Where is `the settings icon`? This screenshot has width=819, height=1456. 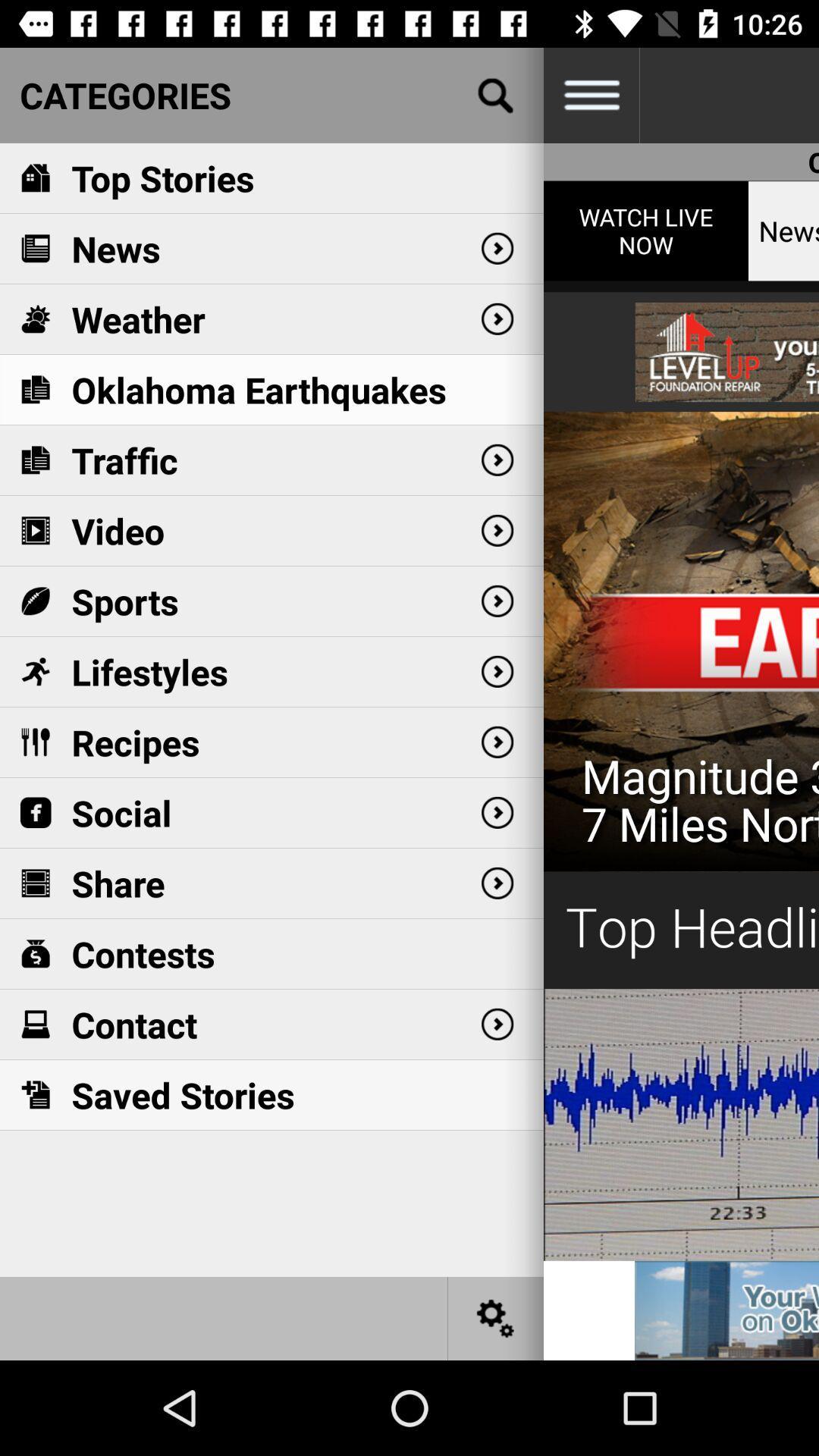
the settings icon is located at coordinates (496, 1317).